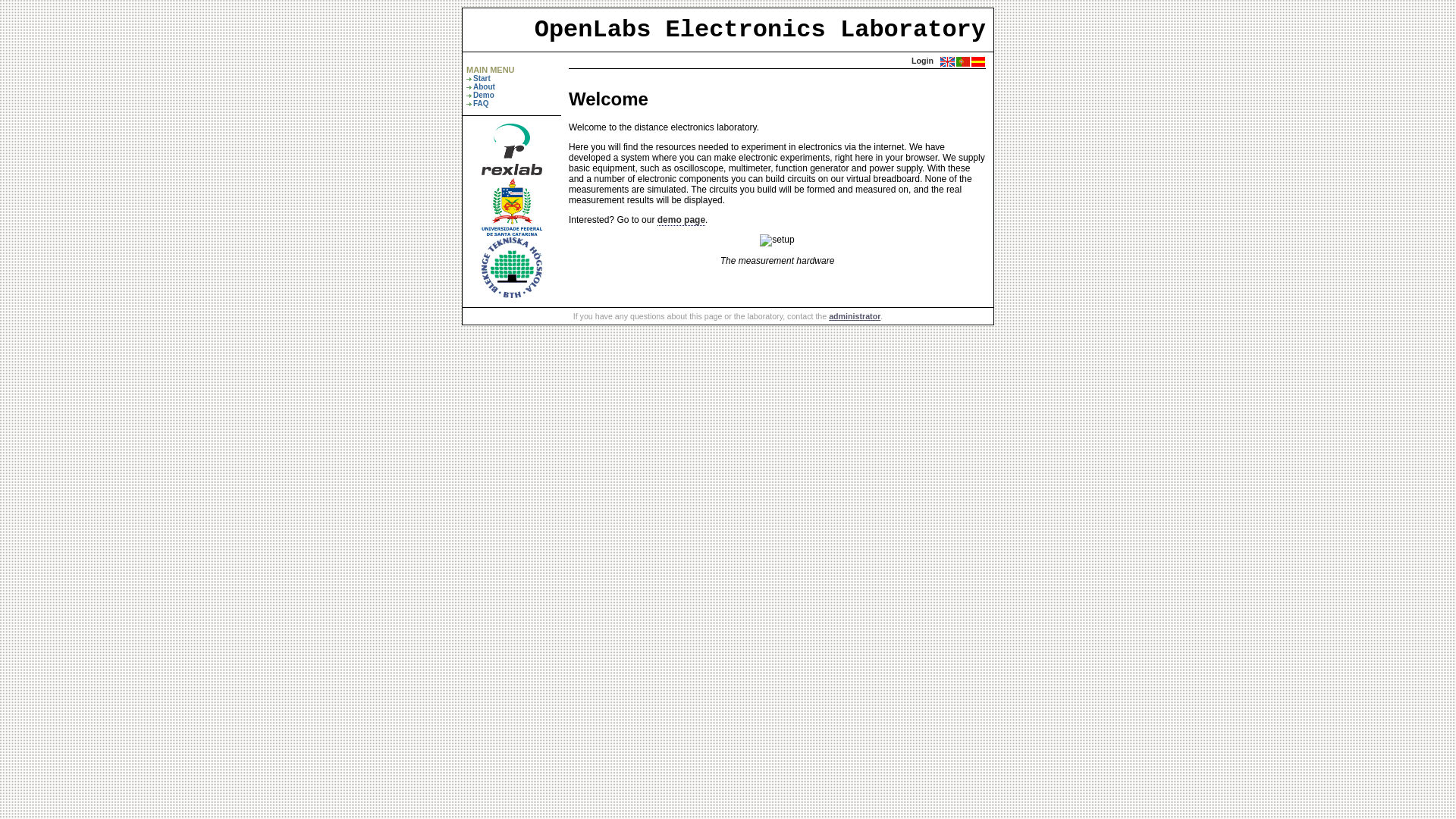 The height and width of the screenshot is (819, 1456). What do you see at coordinates (921, 60) in the screenshot?
I see `'Login'` at bounding box center [921, 60].